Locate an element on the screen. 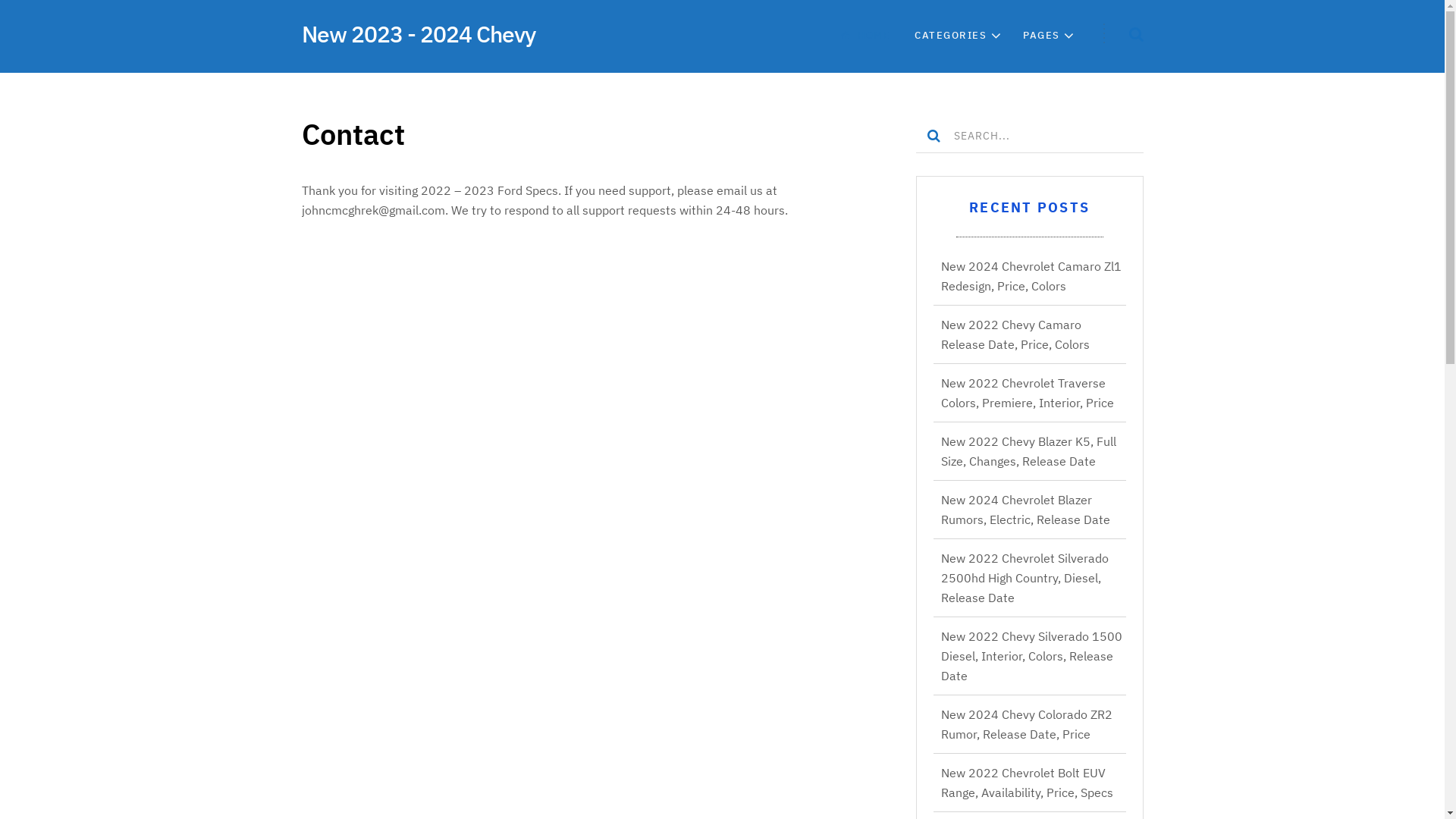  'New 2022 Chevy Blazer K5, Full Size, Changes, Release Date' is located at coordinates (1028, 450).